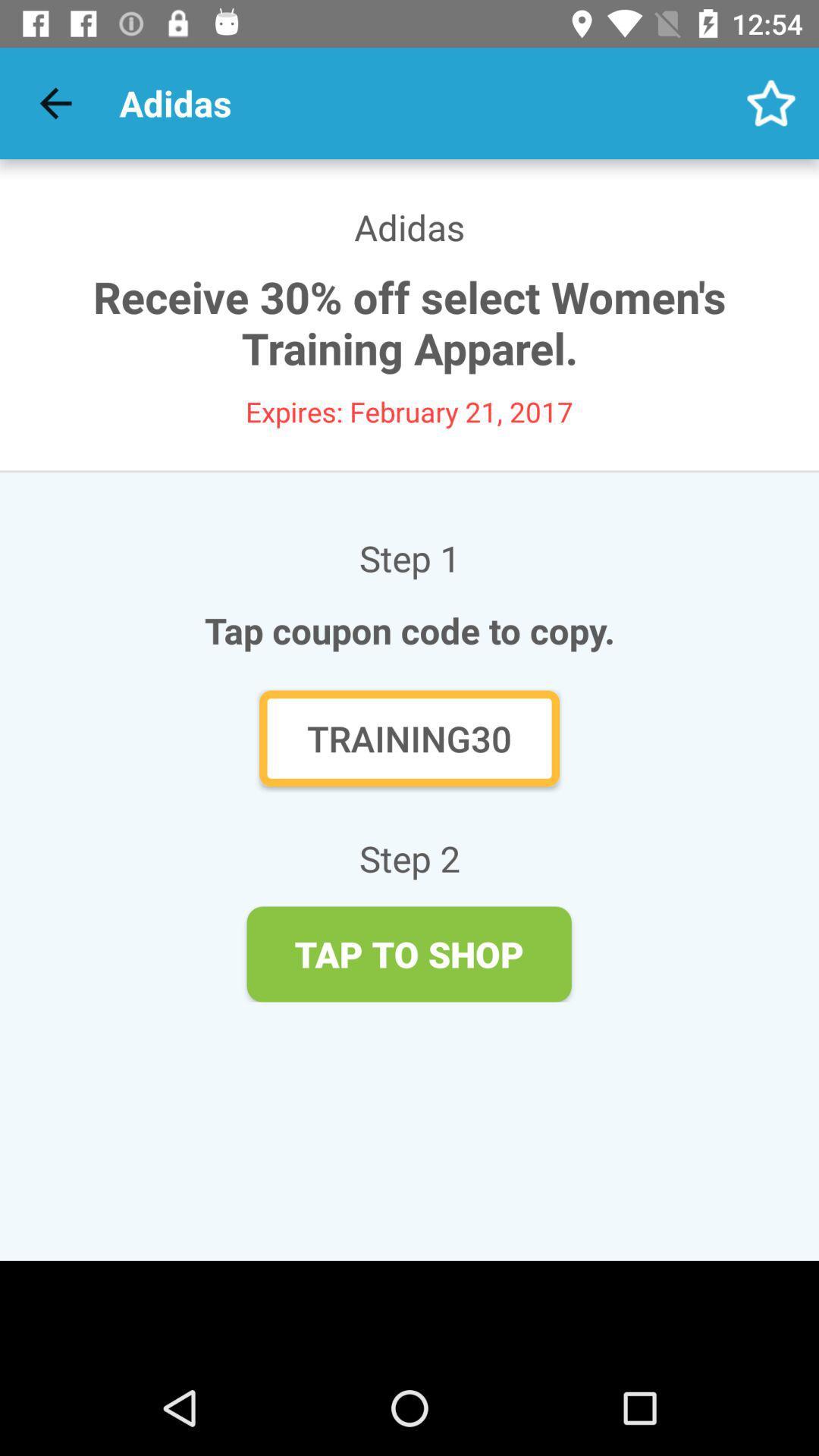 This screenshot has height=1456, width=819. I want to click on the training30 icon, so click(409, 738).